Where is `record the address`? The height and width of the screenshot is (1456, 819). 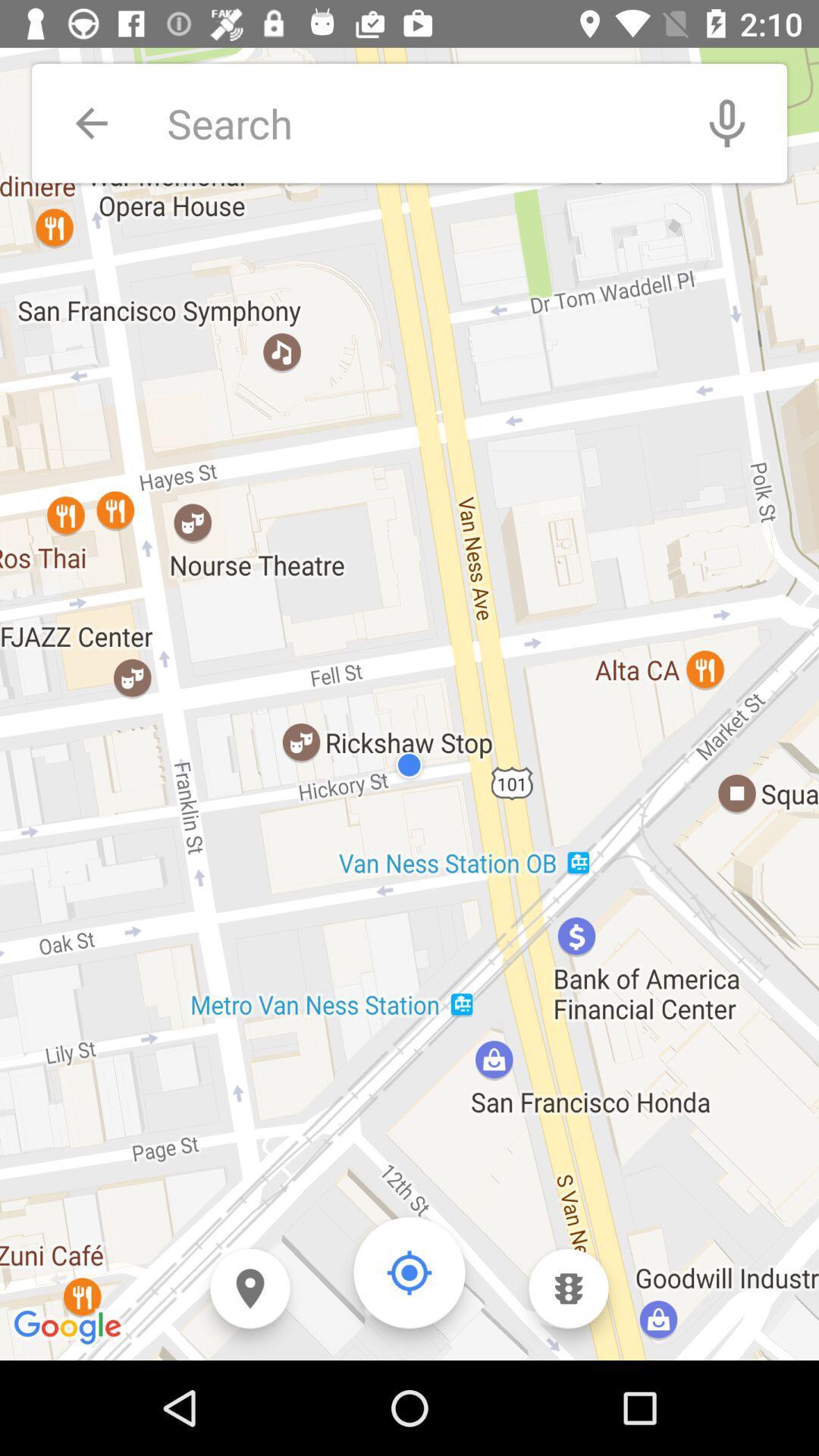
record the address is located at coordinates (726, 123).